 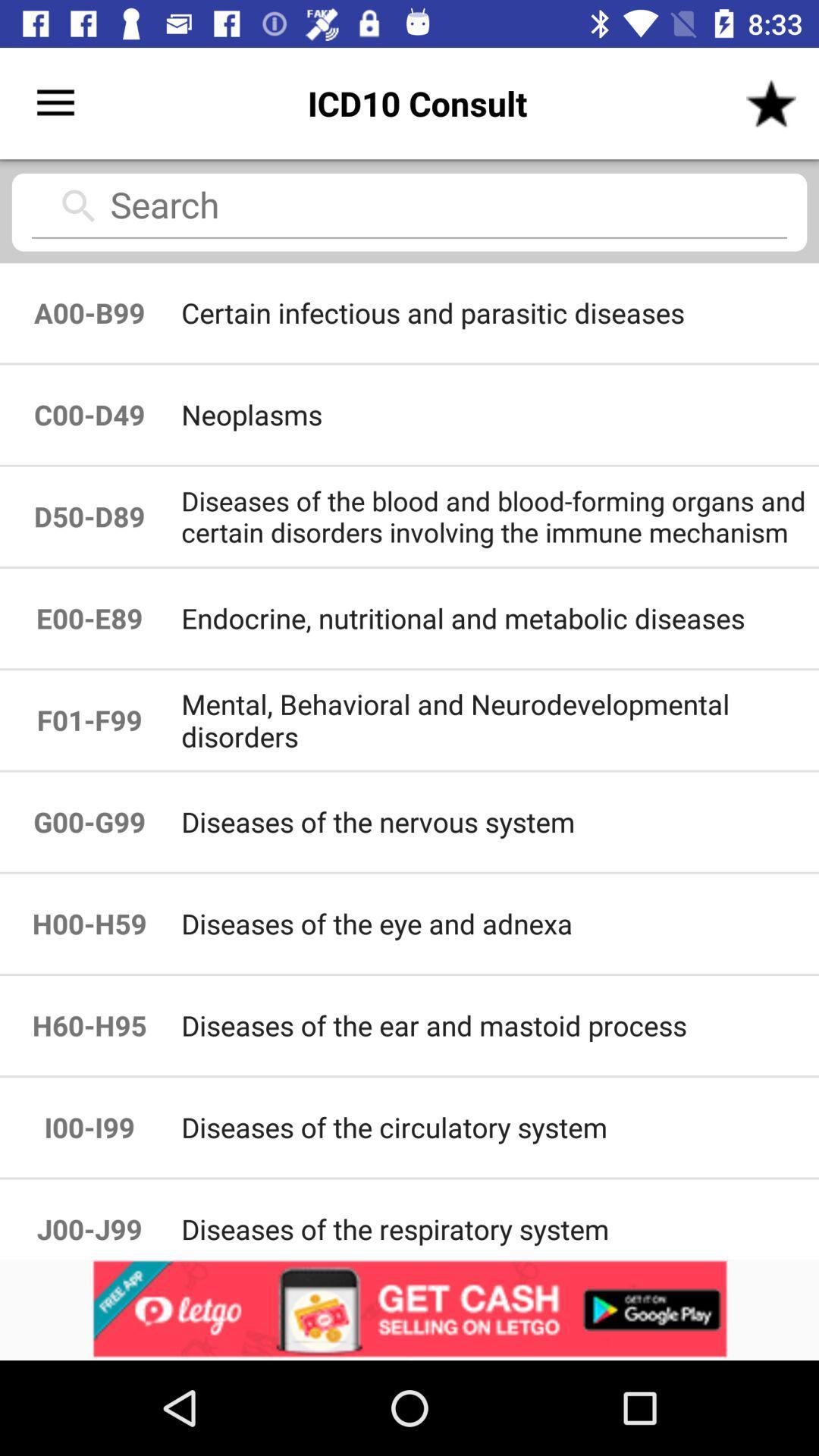 What do you see at coordinates (409, 210) in the screenshot?
I see `the icon above the a00-b99` at bounding box center [409, 210].